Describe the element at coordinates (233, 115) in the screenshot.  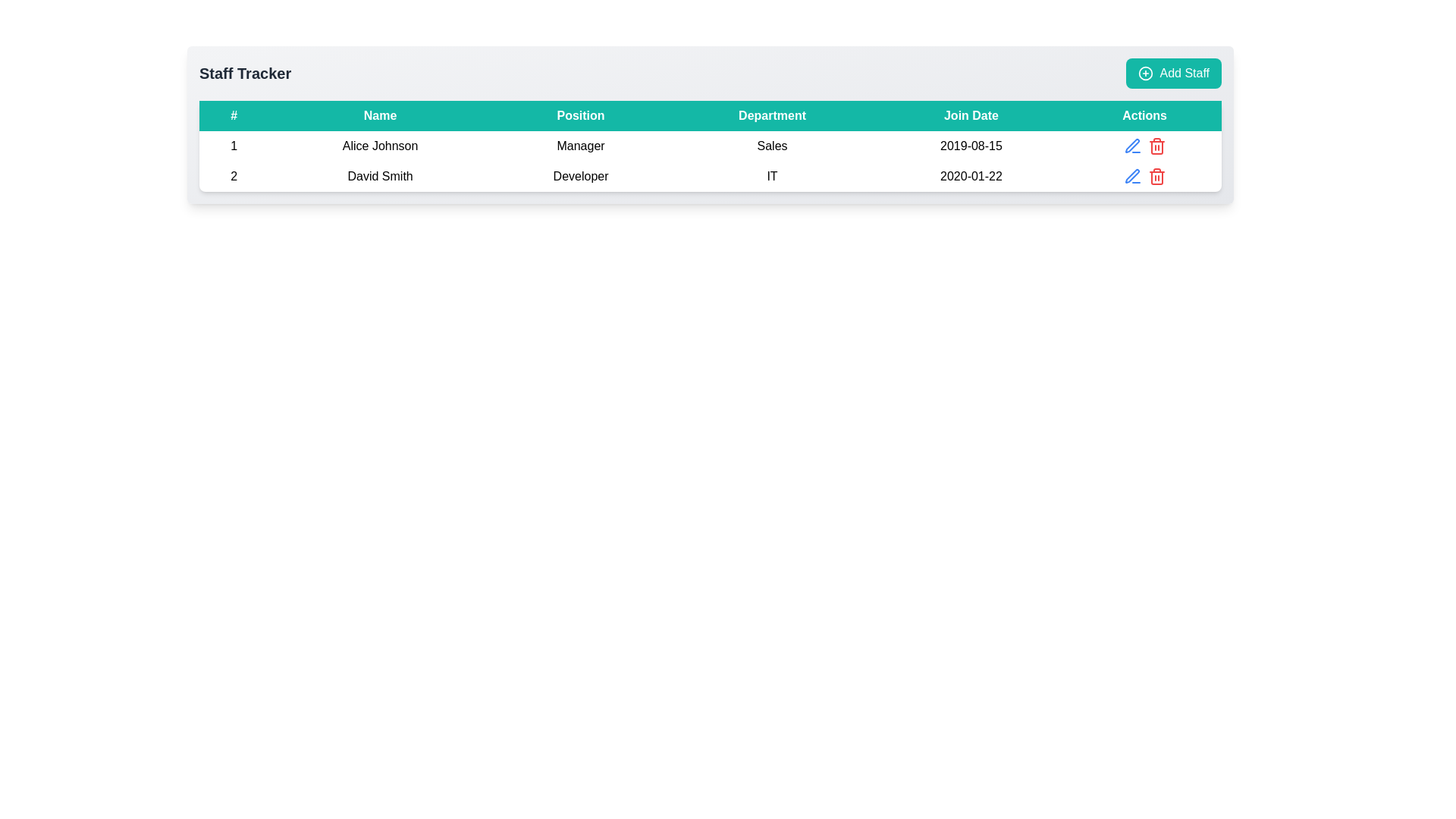
I see `the first column header in the table, which is labeled for serial numbers or order of entries, located at the top-left section of the header row` at that location.